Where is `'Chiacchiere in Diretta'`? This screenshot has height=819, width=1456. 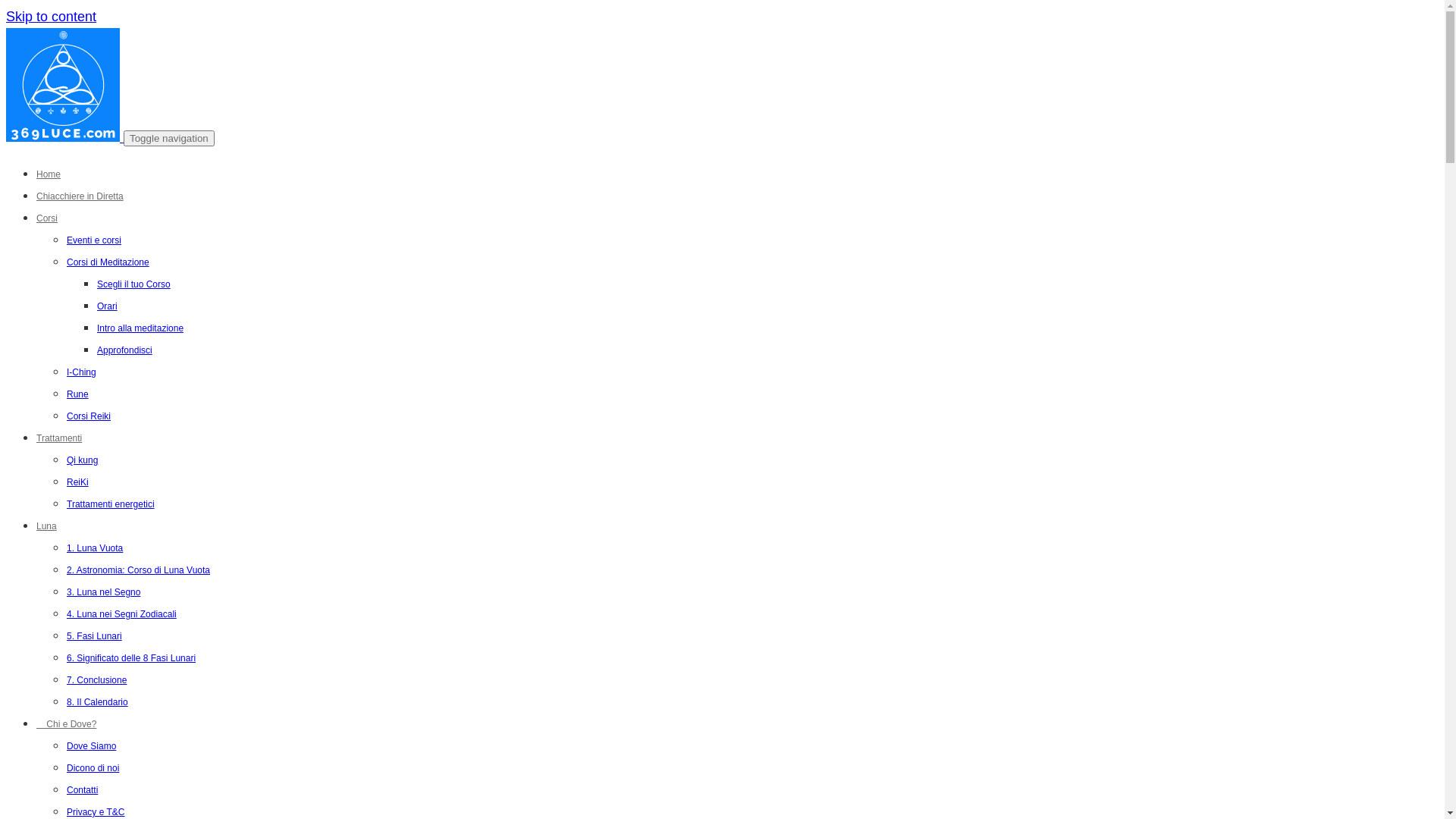
'Chiacchiere in Diretta' is located at coordinates (79, 195).